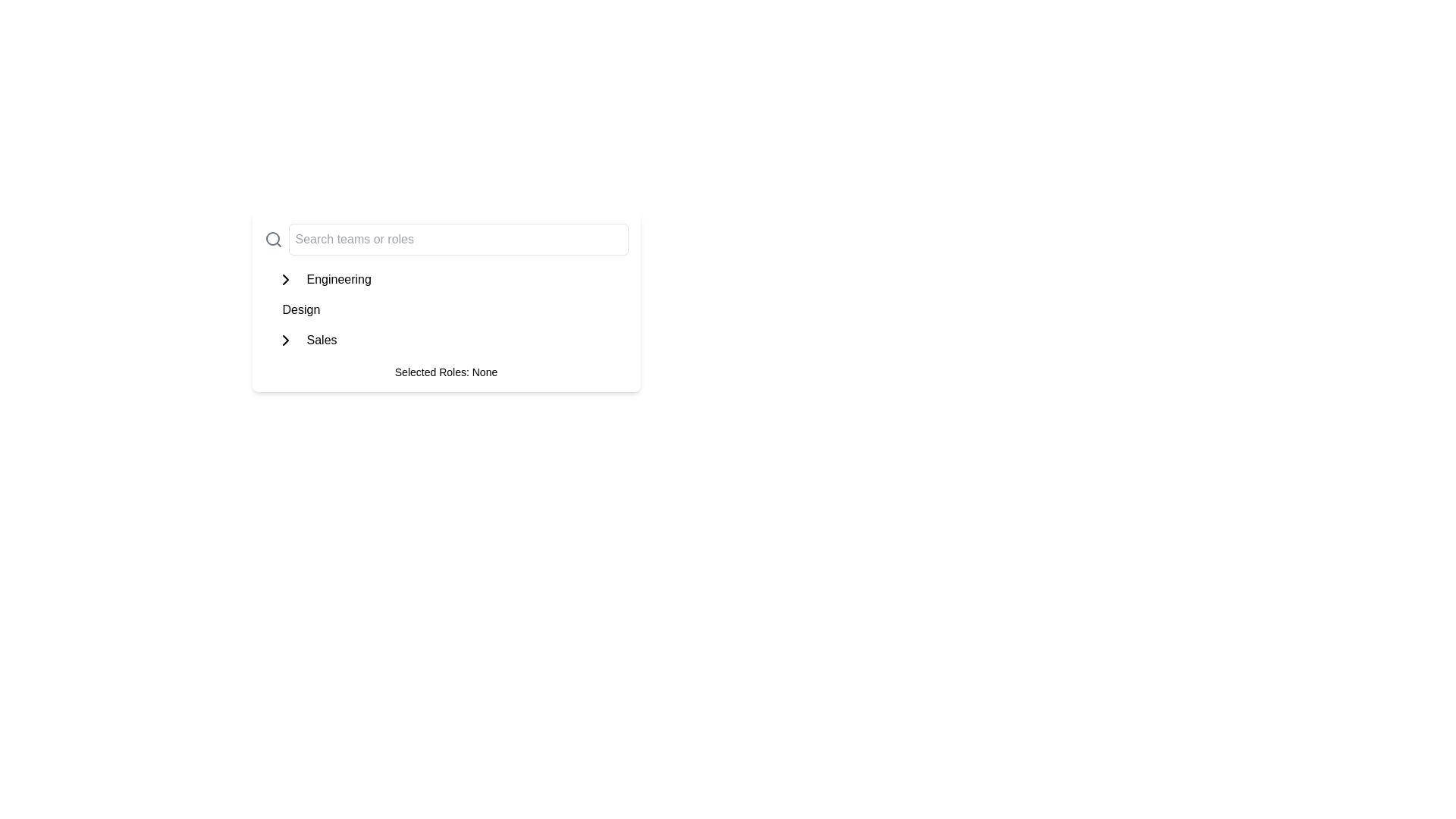 The image size is (1456, 819). I want to click on the 'Sales' button, which is the third item in a grouped layout of buttons for navigating or selecting categories, so click(463, 339).